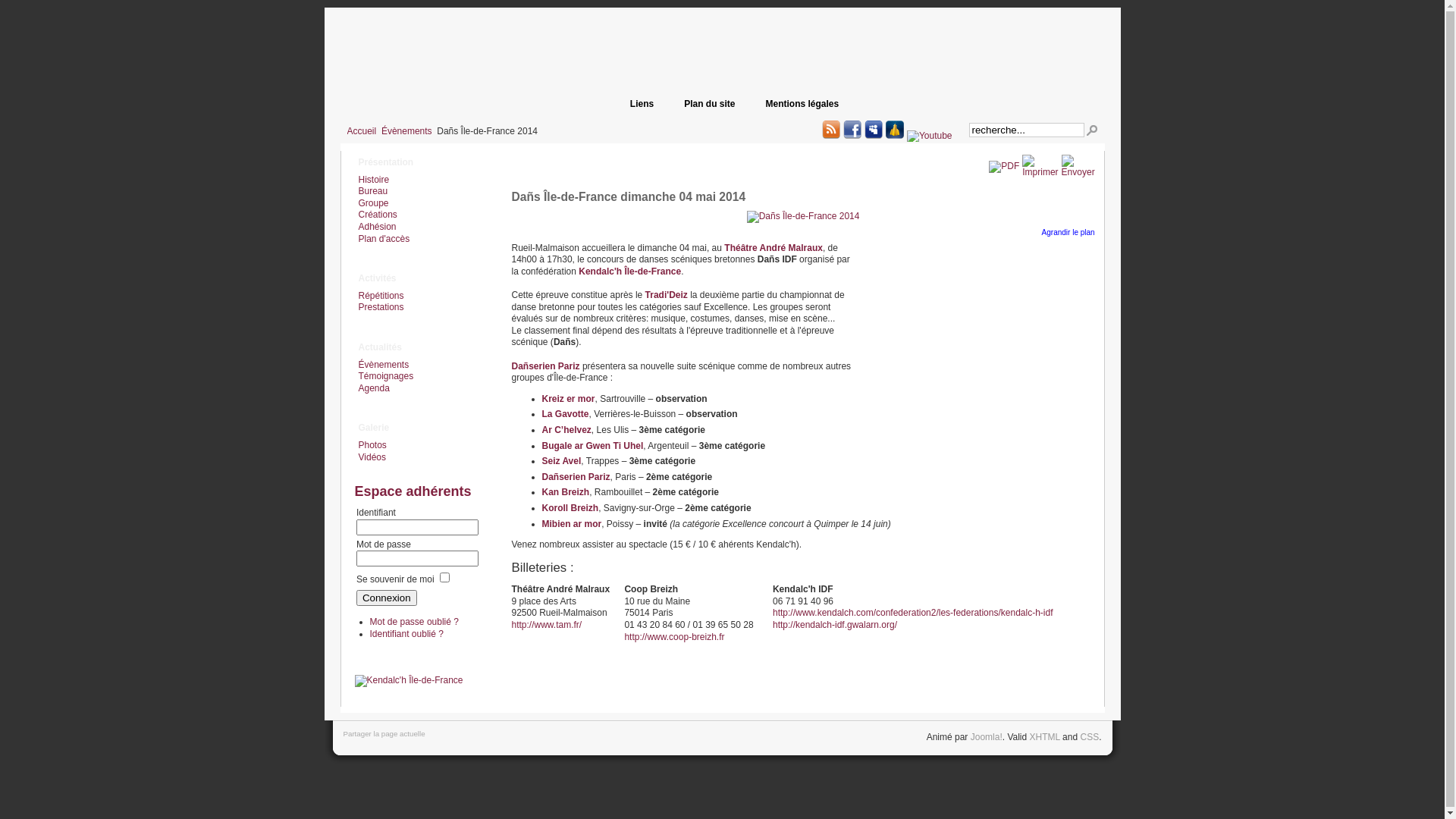 The image size is (1456, 819). Describe the element at coordinates (379, 307) in the screenshot. I see `'Prestations'` at that location.